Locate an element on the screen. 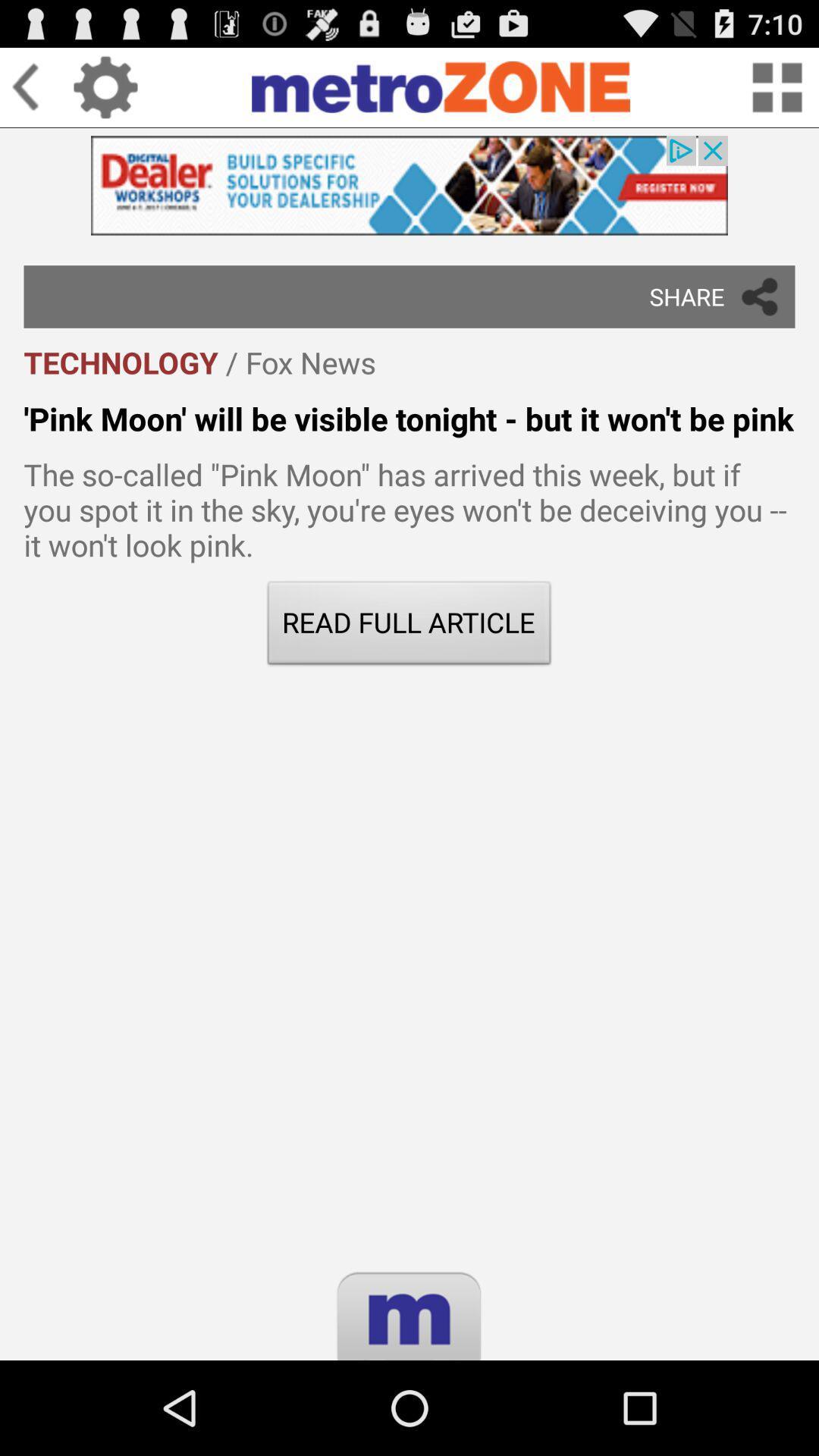 This screenshot has width=819, height=1456. the settings icon is located at coordinates (105, 93).